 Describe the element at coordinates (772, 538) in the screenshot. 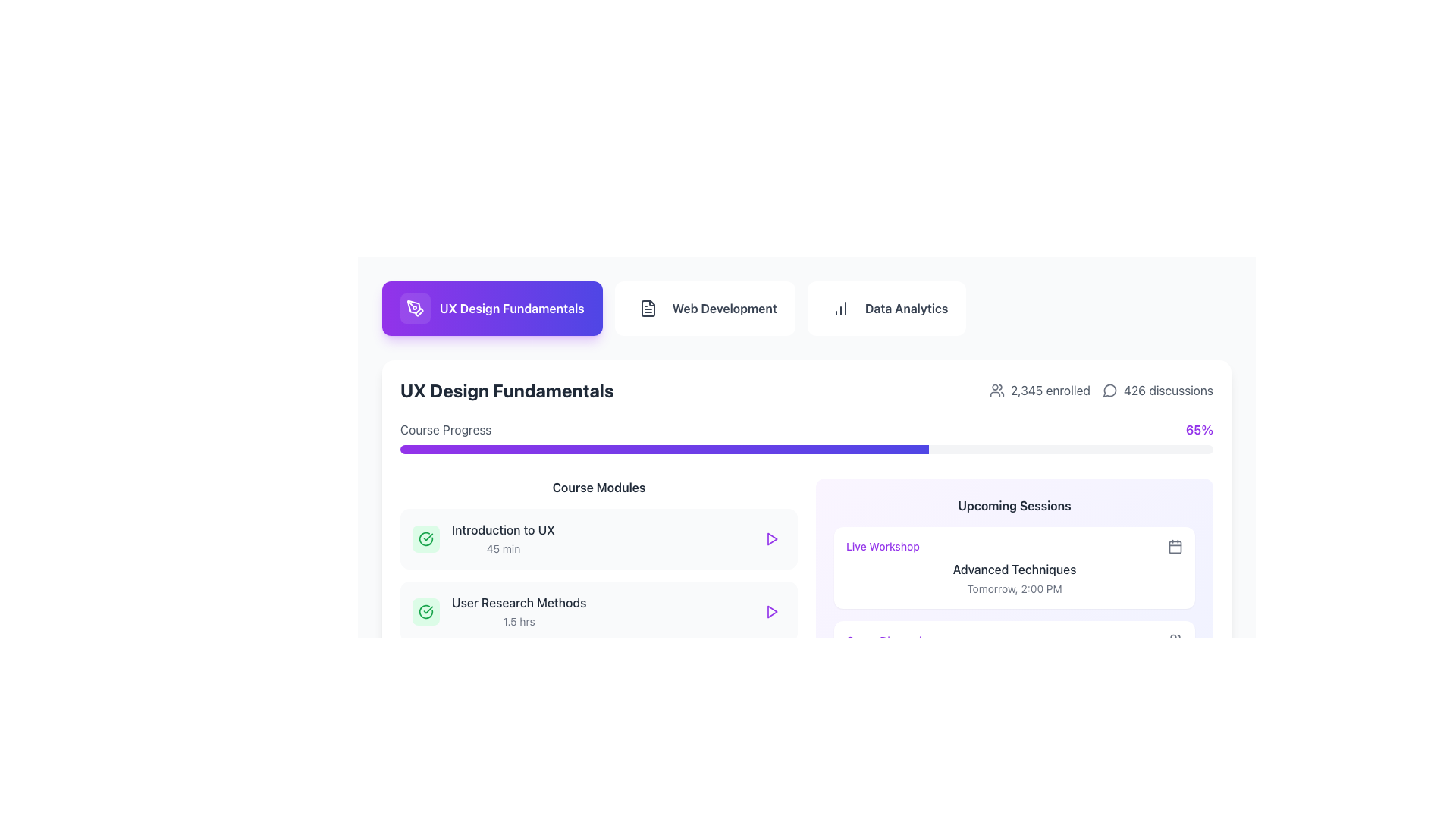

I see `the triangular 'Play' button located at the bottom right of the 'User Research Methods' card` at that location.